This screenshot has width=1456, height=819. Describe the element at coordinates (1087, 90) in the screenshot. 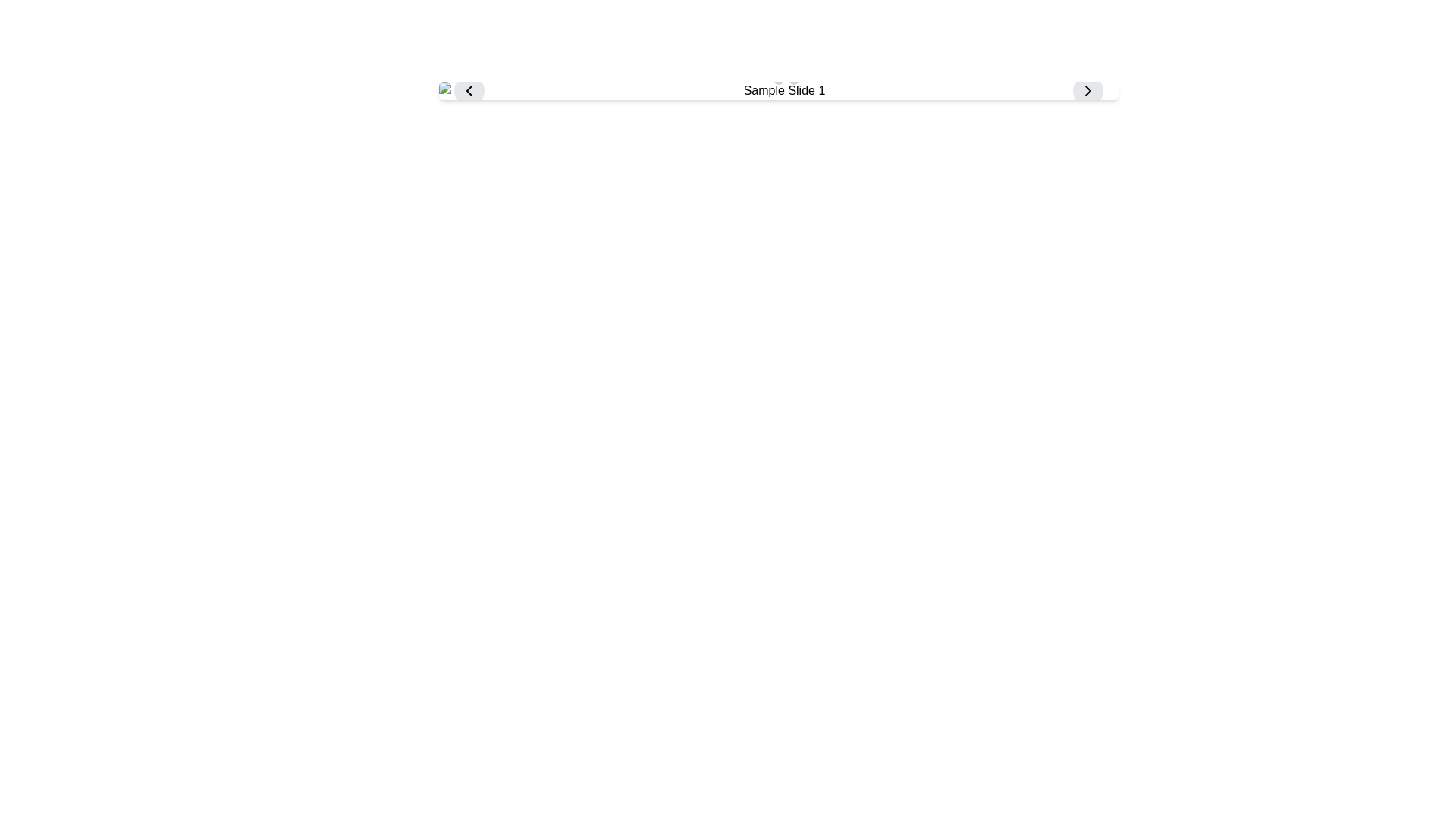

I see `the forward arrow icon located in the rightmost section of the top navigation bar` at that location.